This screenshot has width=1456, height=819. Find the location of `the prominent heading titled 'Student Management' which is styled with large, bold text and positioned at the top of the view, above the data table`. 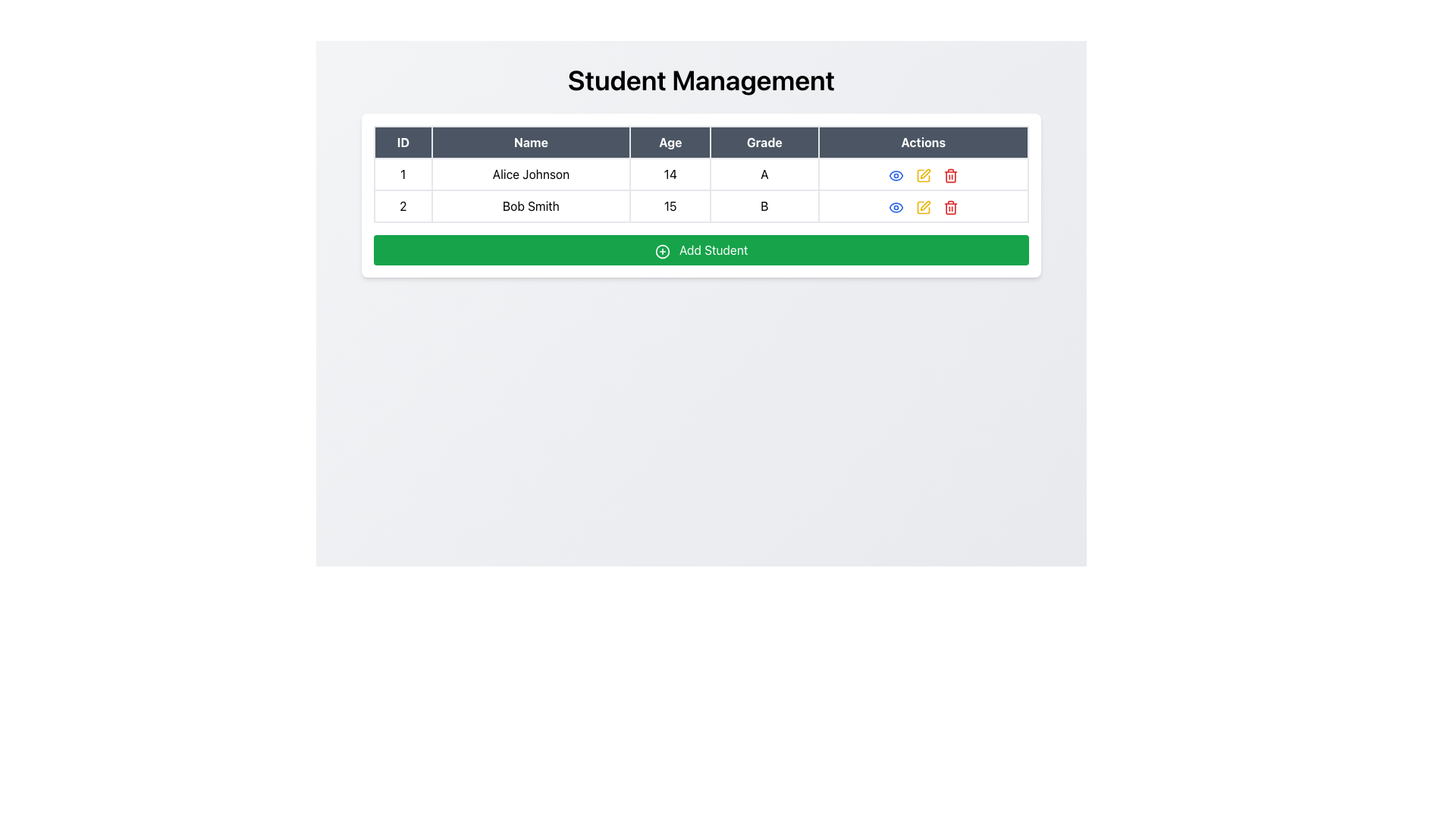

the prominent heading titled 'Student Management' which is styled with large, bold text and positioned at the top of the view, above the data table is located at coordinates (701, 80).